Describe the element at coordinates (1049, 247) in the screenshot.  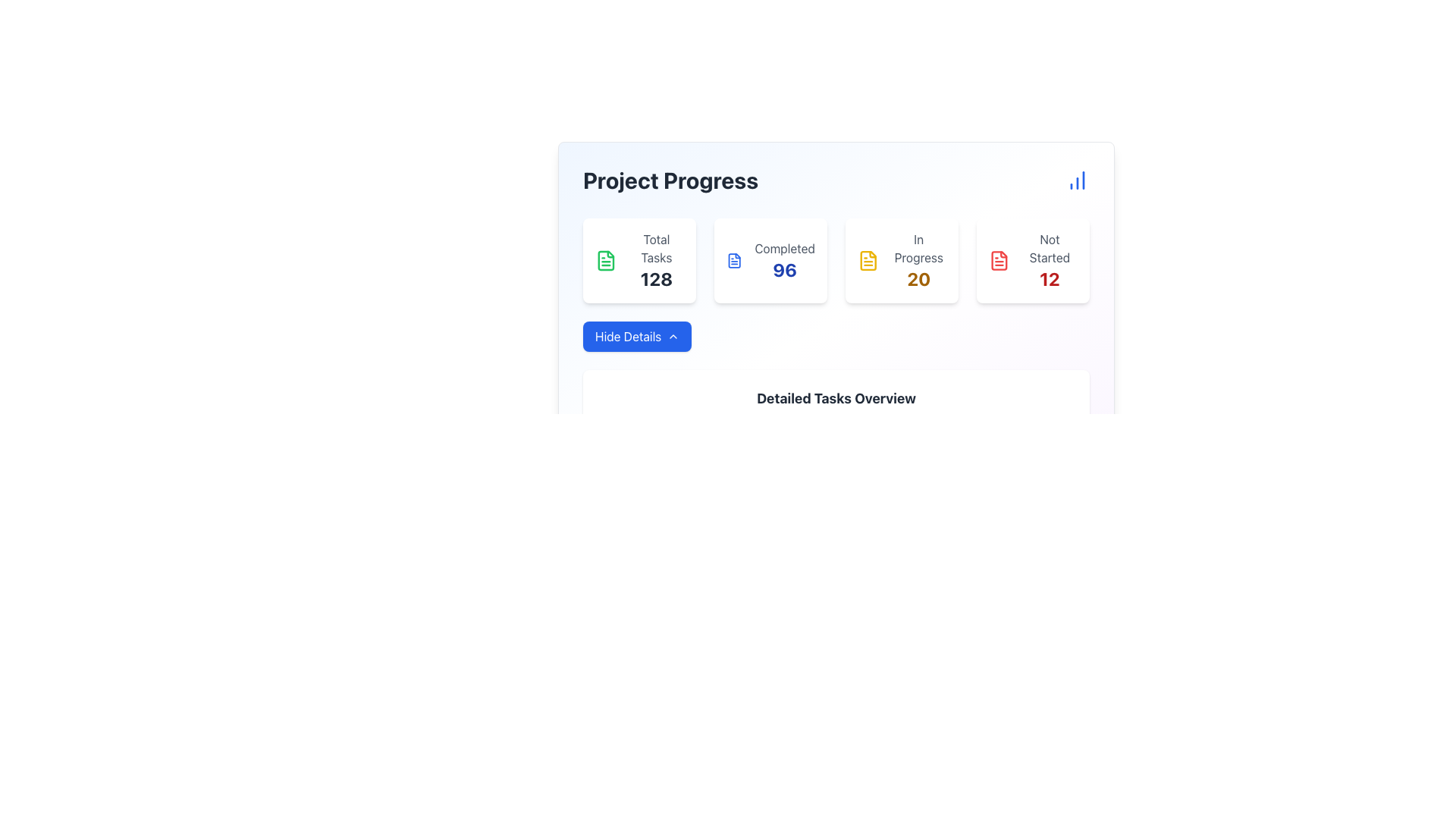
I see `the Text label displaying 'Not Started' in gray color located at the top of the card in the 'Project Progress' section` at that location.